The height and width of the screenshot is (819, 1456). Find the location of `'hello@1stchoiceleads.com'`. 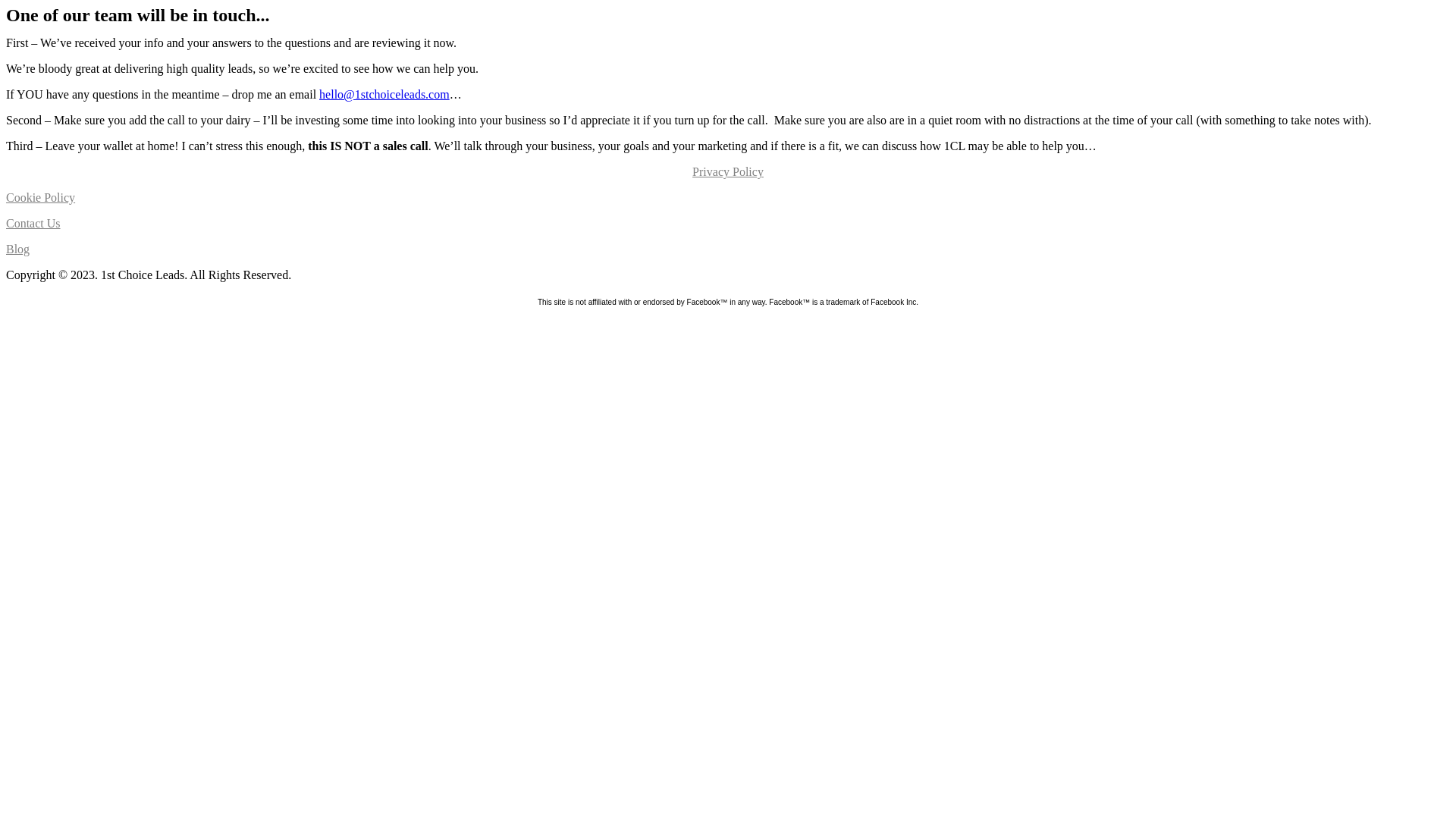

'hello@1stchoiceleads.com' is located at coordinates (384, 94).